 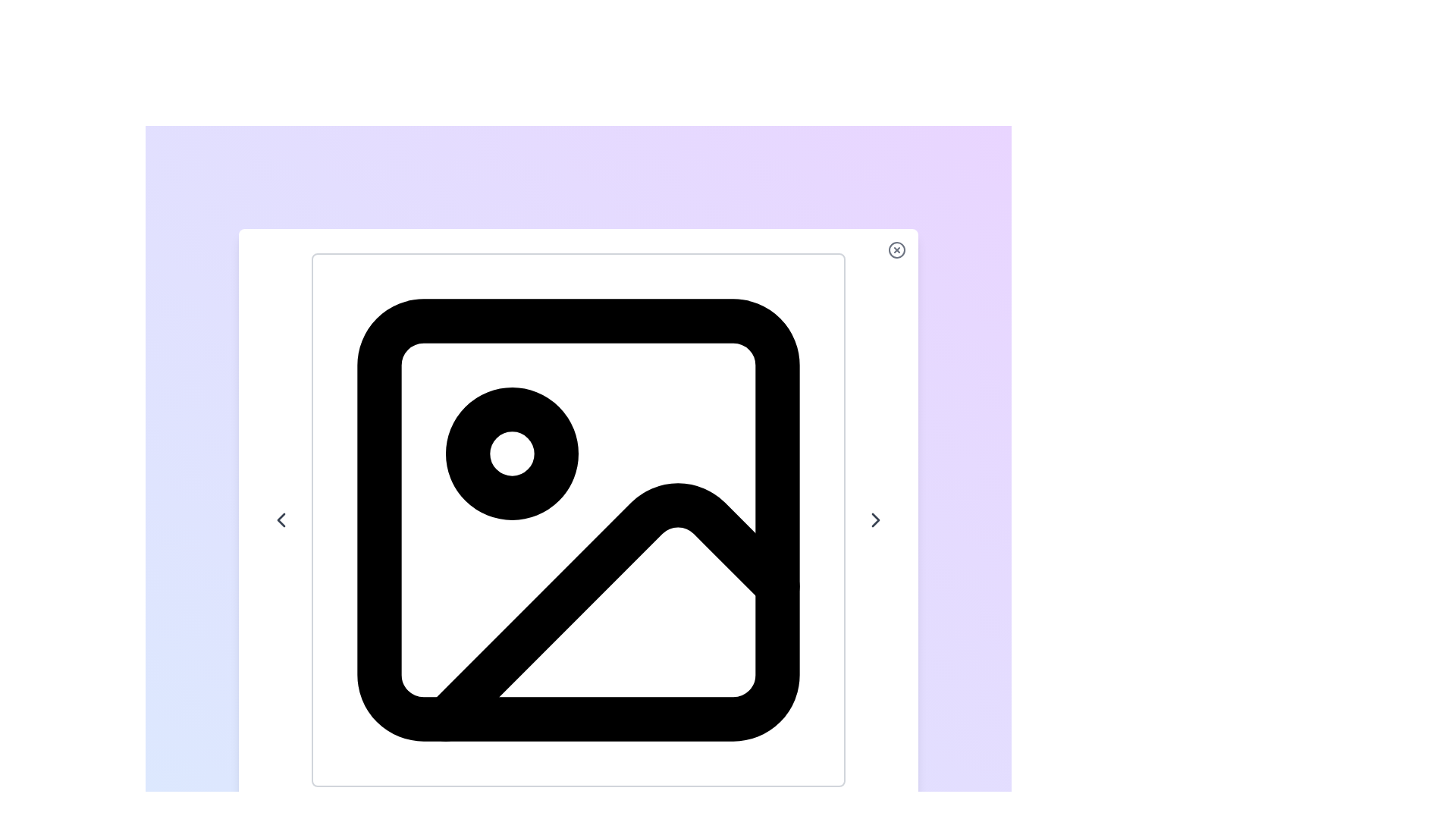 What do you see at coordinates (896, 249) in the screenshot?
I see `the close button, which is a circular gray button with an 'X' icon located in the top-right corner of the modal` at bounding box center [896, 249].